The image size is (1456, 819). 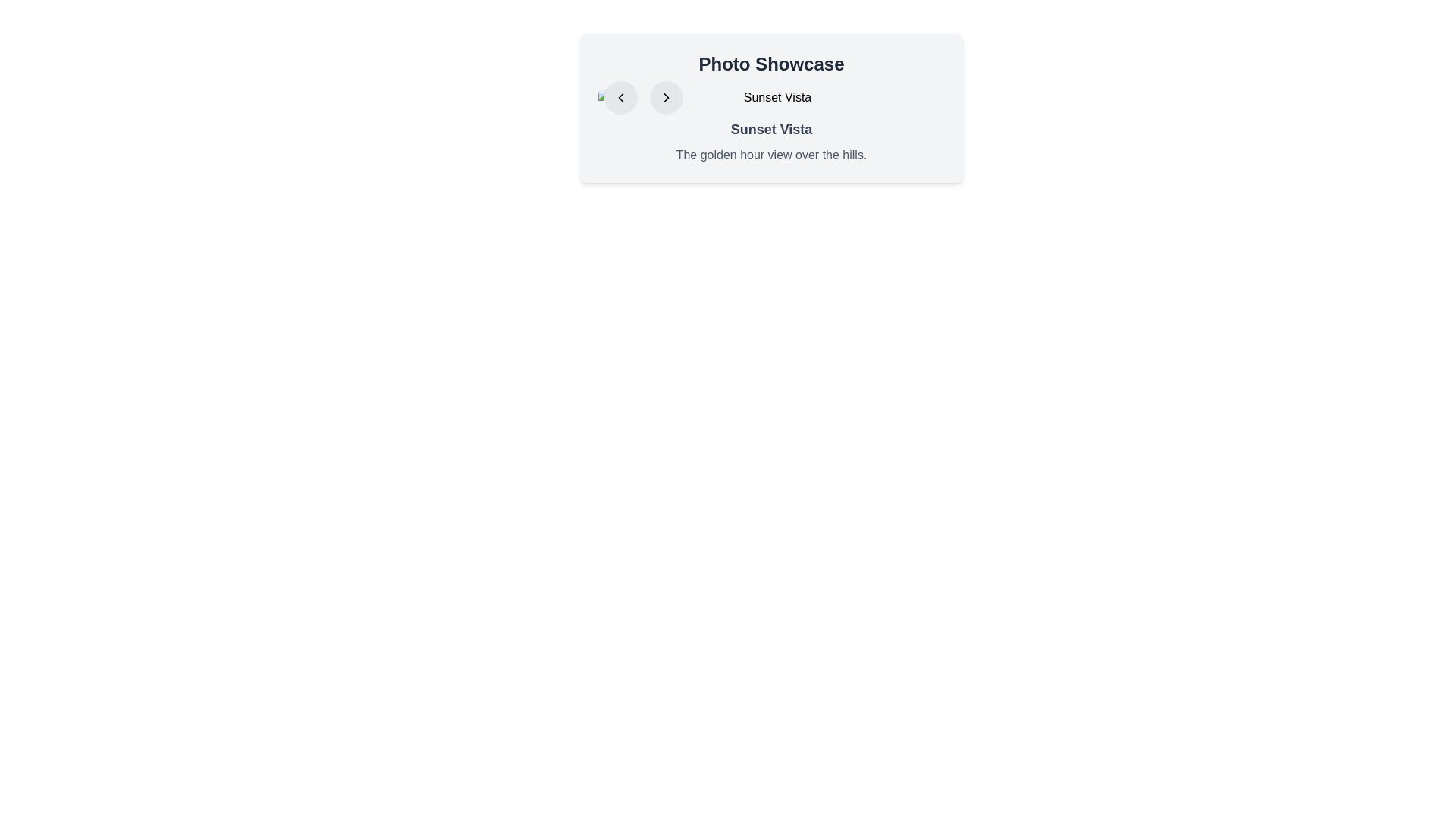 I want to click on the navigation button on the right side of the left-chevron icon in the 'Photo Showcase' section, so click(x=666, y=97).